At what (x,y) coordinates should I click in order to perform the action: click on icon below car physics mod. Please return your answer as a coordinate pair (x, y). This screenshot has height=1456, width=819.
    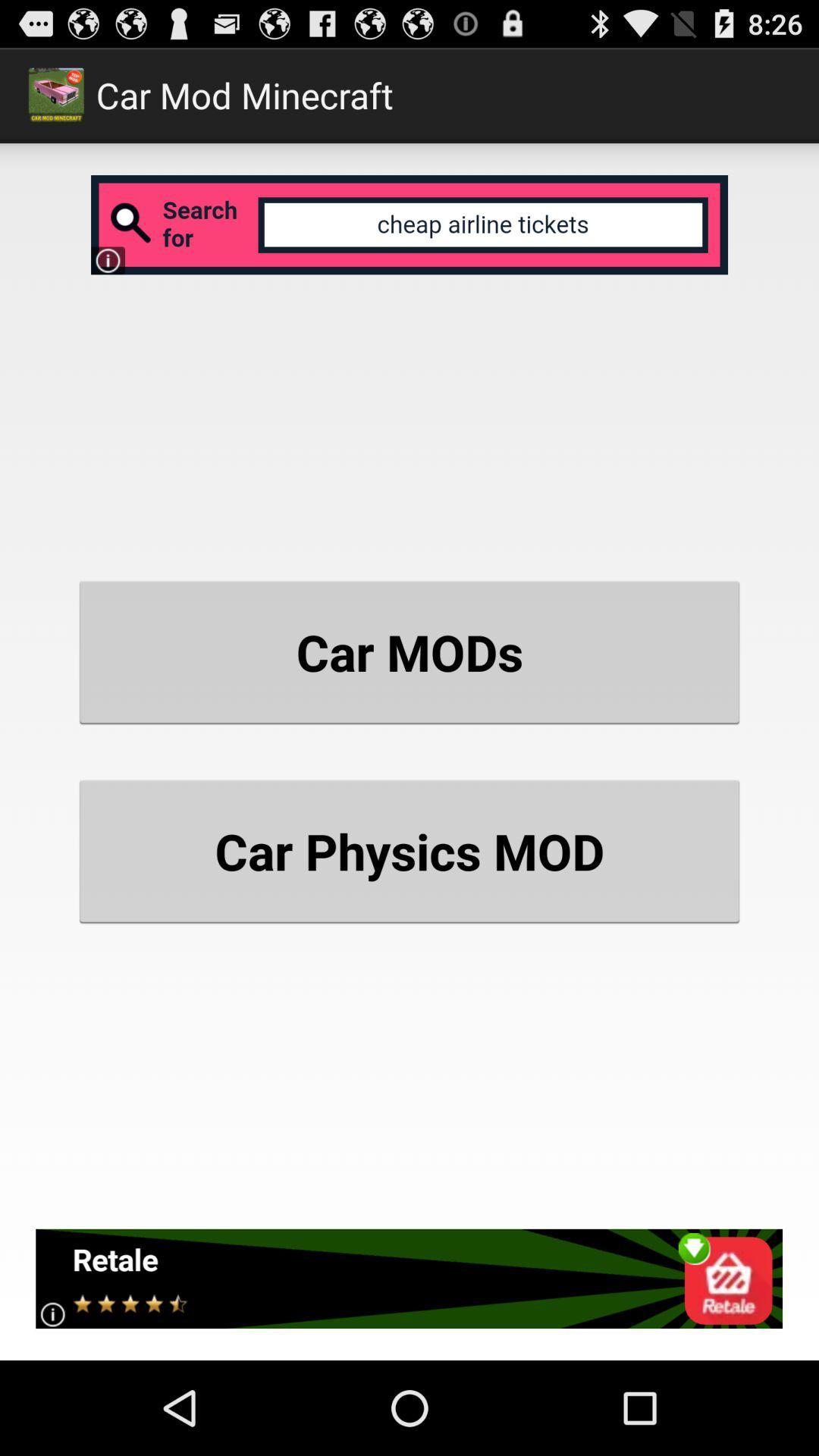
    Looking at the image, I should click on (408, 1278).